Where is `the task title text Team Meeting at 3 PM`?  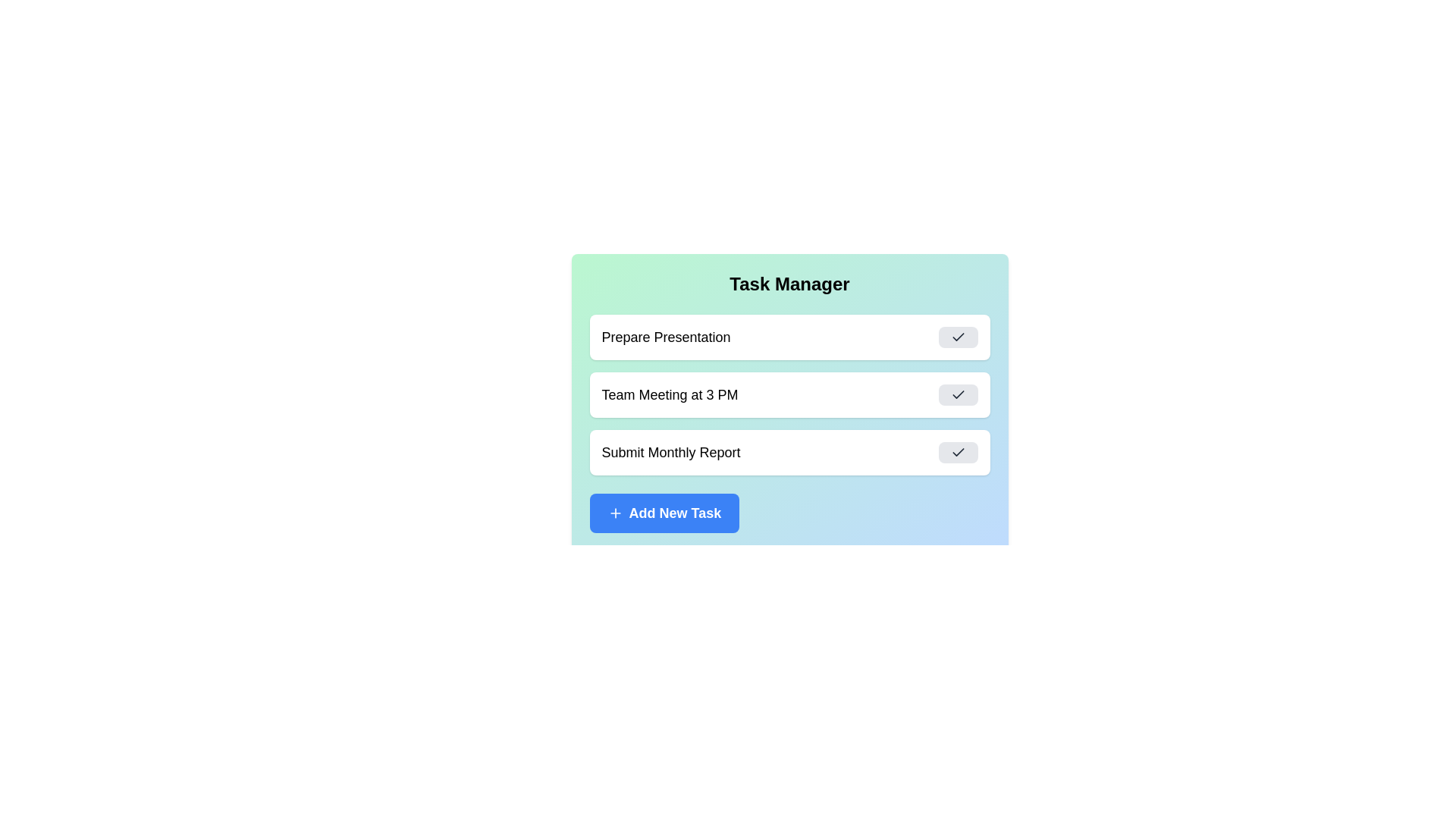 the task title text Team Meeting at 3 PM is located at coordinates (669, 394).